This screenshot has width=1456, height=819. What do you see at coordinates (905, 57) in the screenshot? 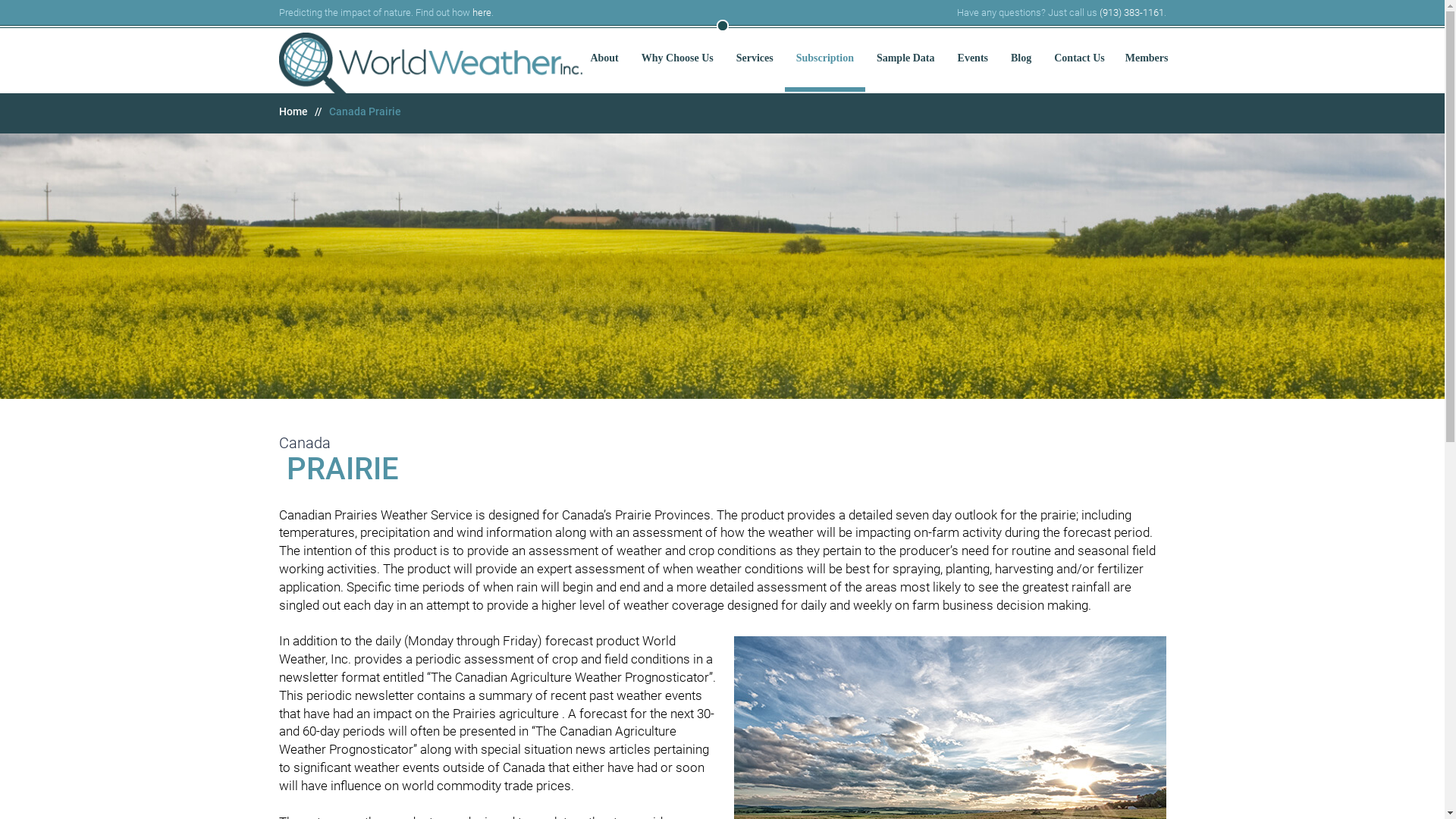
I see `'Sample Data'` at bounding box center [905, 57].